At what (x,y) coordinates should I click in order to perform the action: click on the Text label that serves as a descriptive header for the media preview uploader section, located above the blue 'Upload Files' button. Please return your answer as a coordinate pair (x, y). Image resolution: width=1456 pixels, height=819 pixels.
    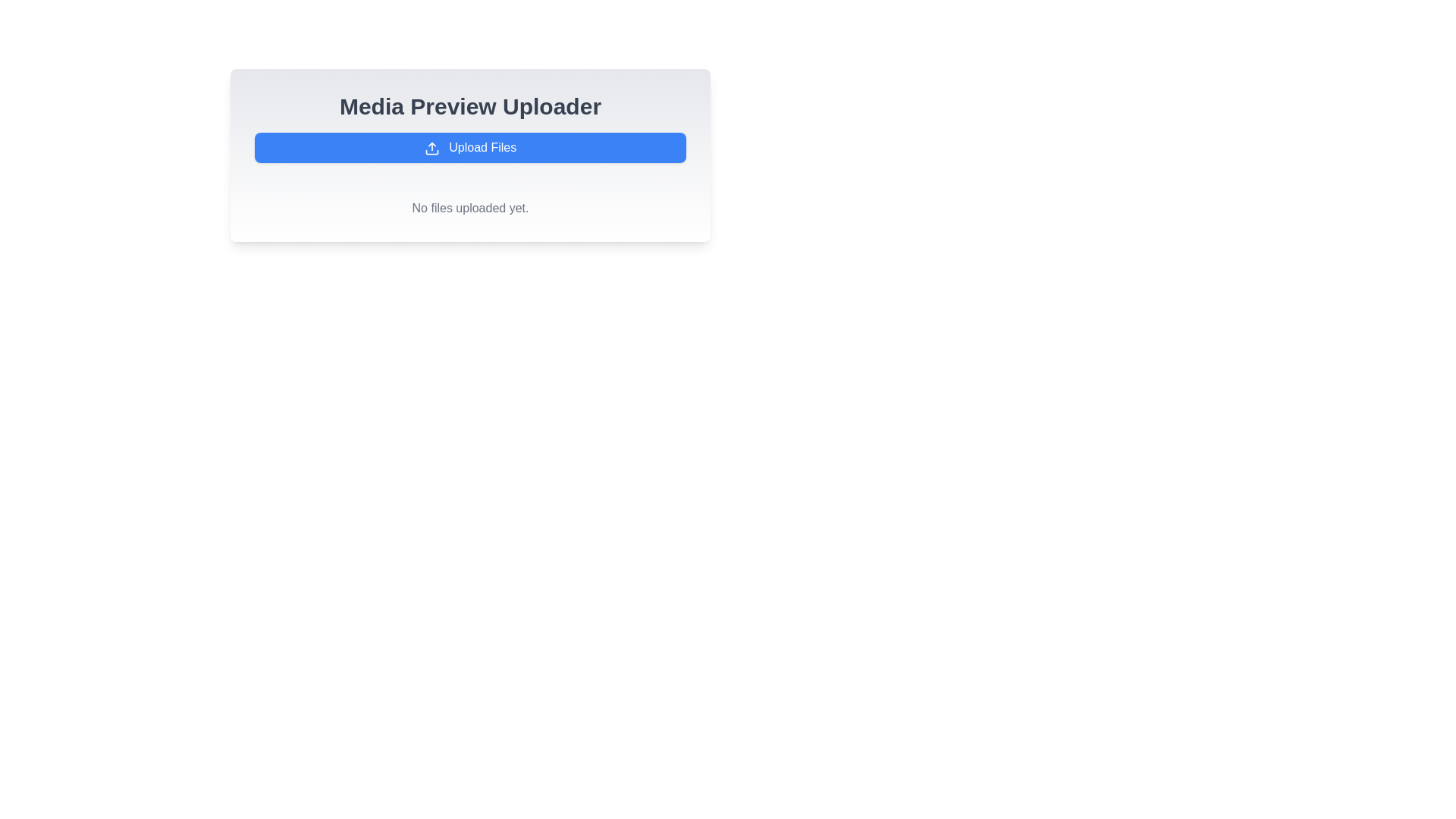
    Looking at the image, I should click on (469, 106).